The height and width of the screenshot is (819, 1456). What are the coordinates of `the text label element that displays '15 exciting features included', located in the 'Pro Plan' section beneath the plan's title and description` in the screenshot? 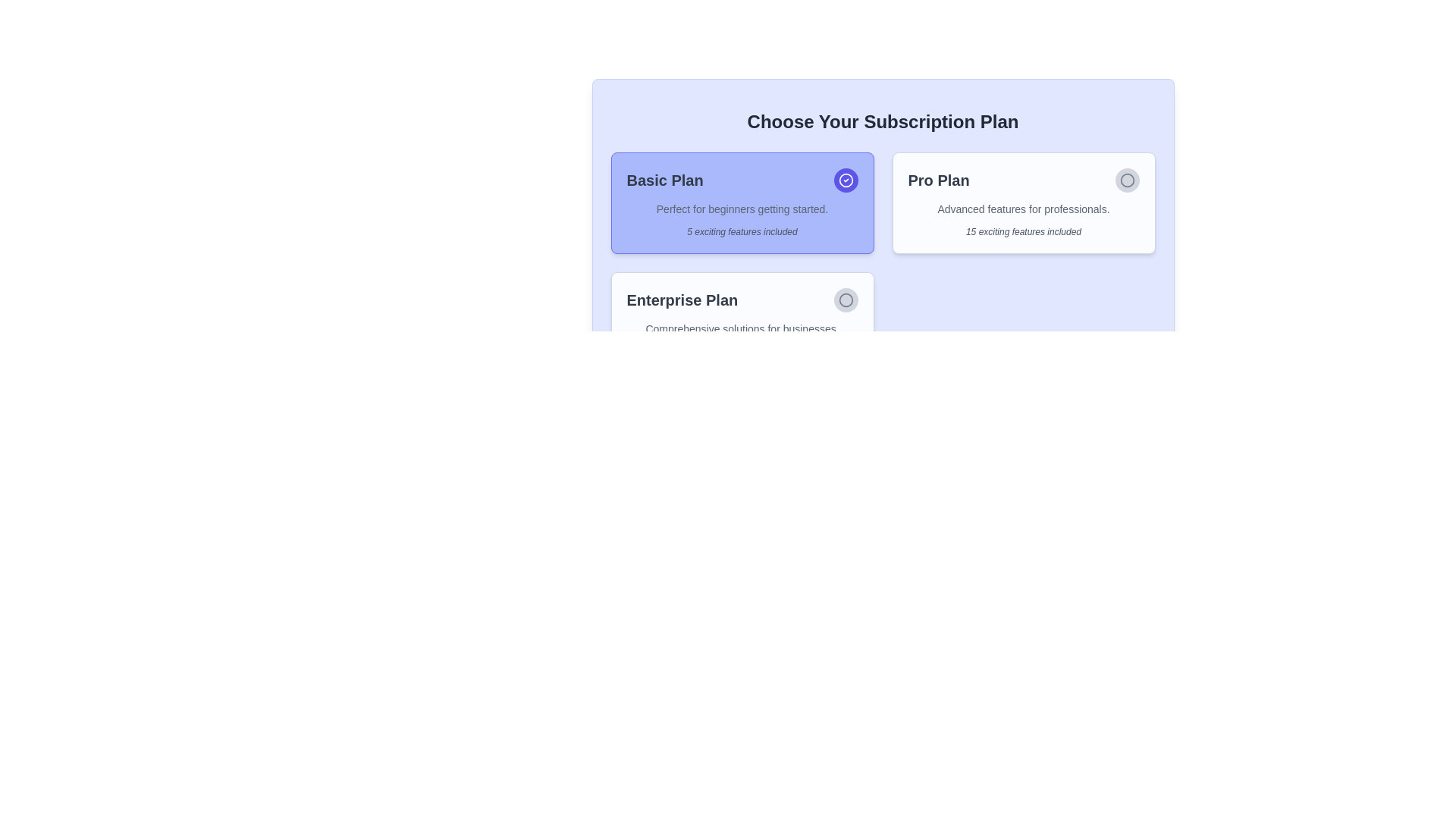 It's located at (1023, 231).